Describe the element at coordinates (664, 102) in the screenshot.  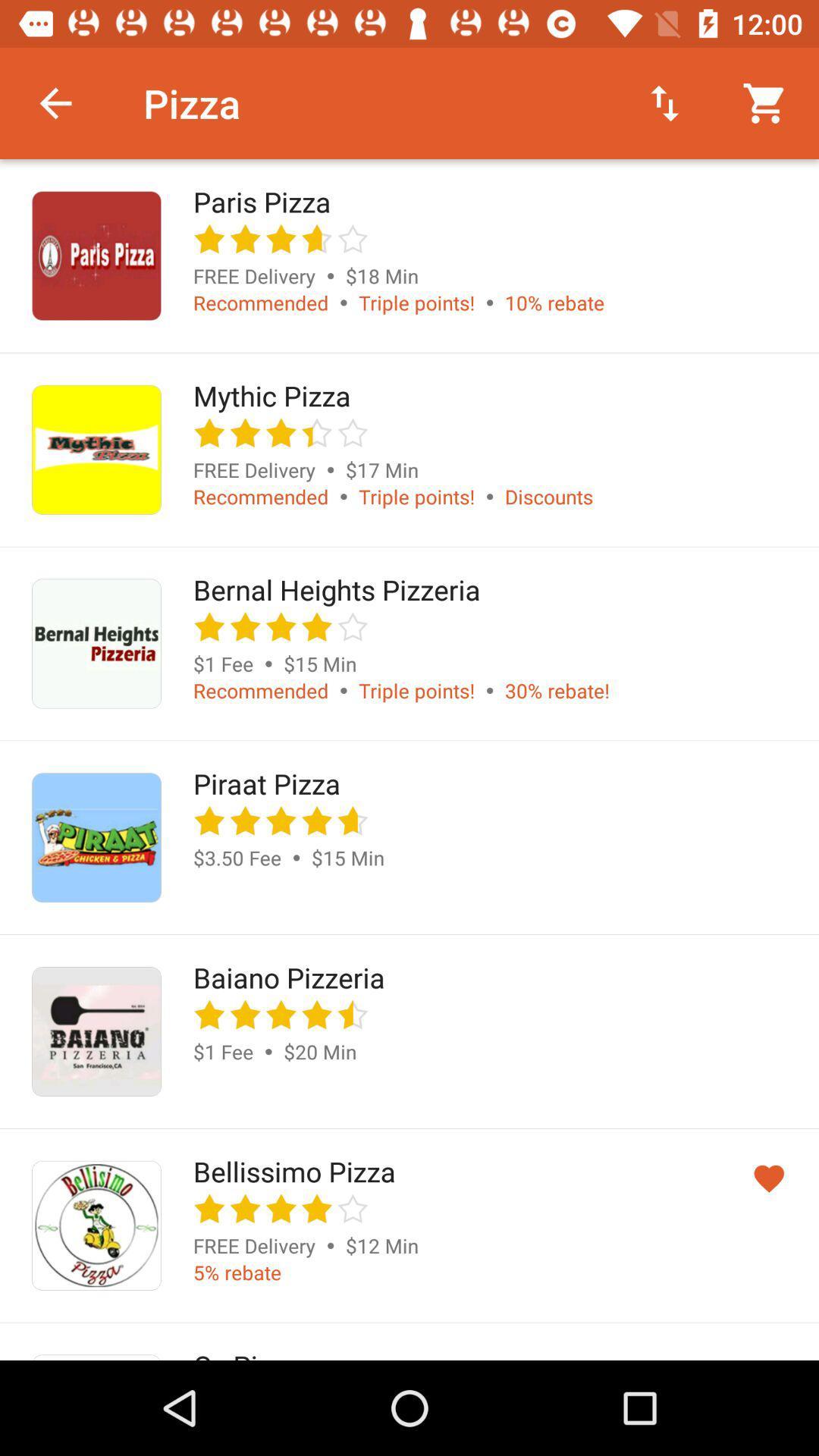
I see `item to the right of pizza` at that location.